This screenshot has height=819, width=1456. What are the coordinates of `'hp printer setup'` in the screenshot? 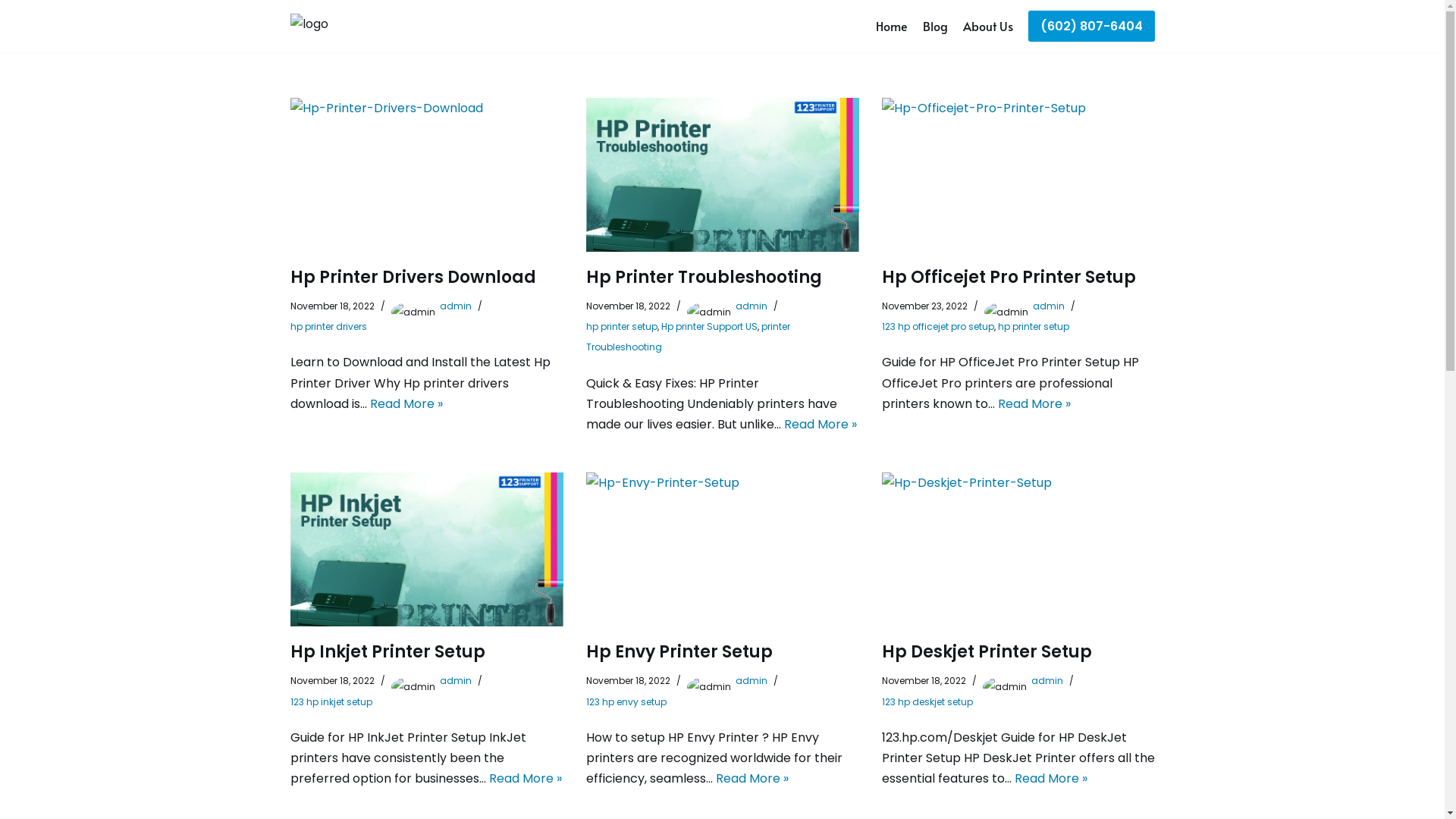 It's located at (621, 325).